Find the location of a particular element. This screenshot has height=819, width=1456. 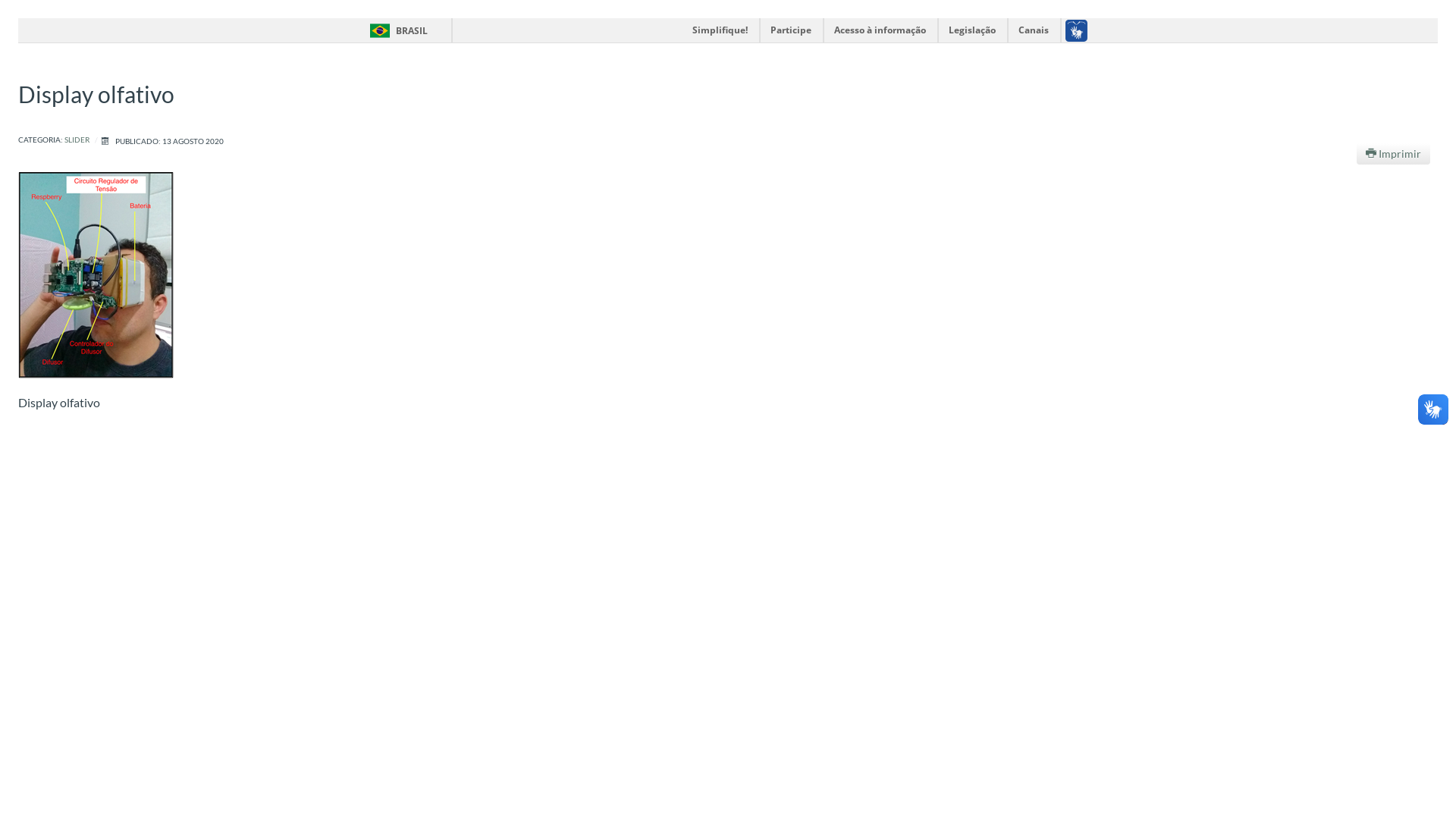

'Canais' is located at coordinates (1008, 30).